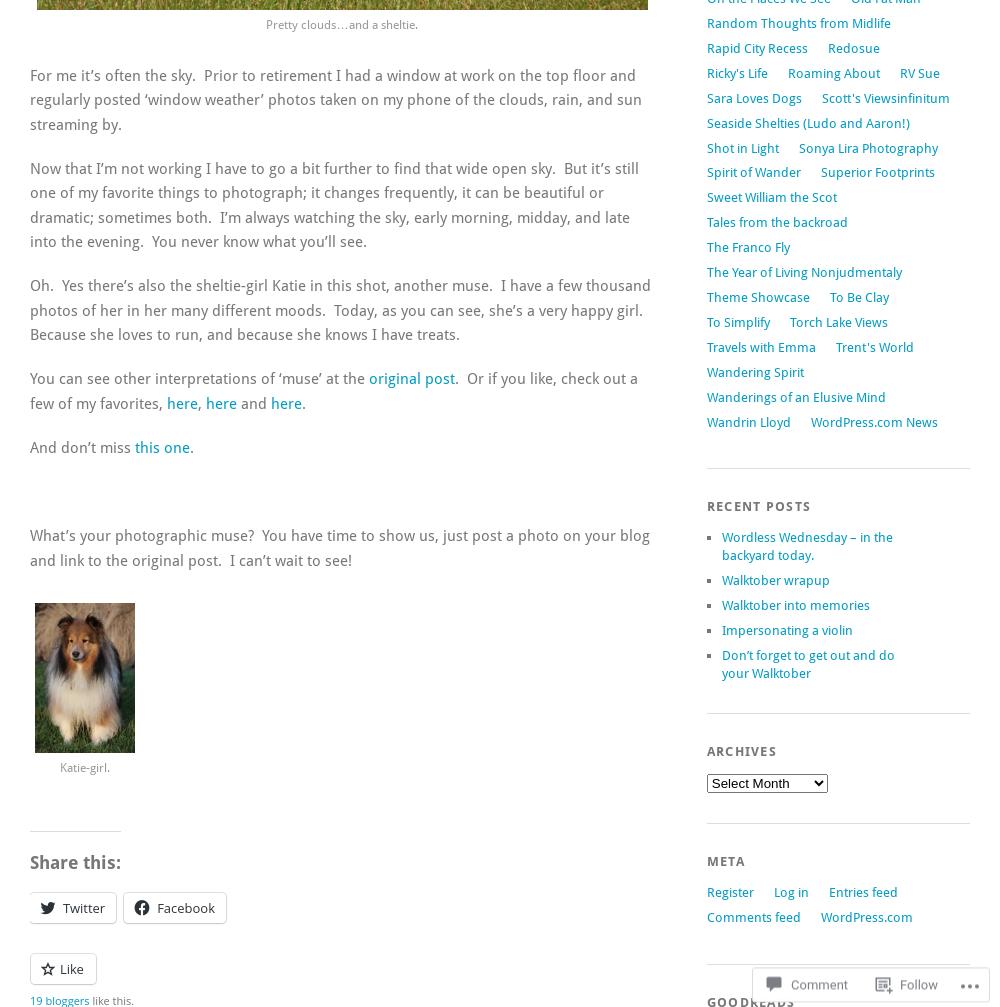  Describe the element at coordinates (724, 859) in the screenshot. I see `'Meta'` at that location.